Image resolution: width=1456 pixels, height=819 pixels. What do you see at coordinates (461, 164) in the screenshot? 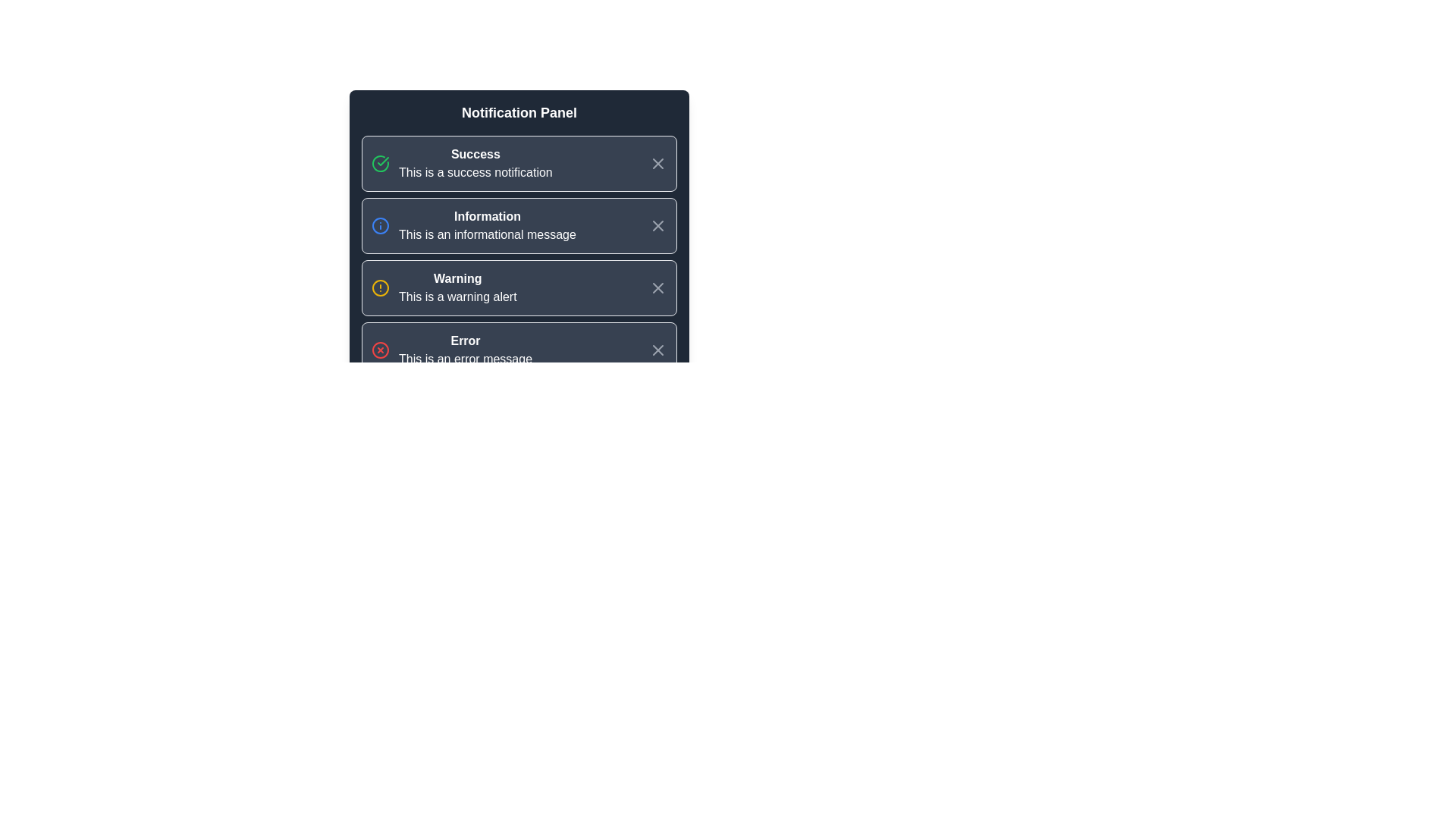
I see `the success notification block that displays a green check icon and the message 'This is a success notification'` at bounding box center [461, 164].